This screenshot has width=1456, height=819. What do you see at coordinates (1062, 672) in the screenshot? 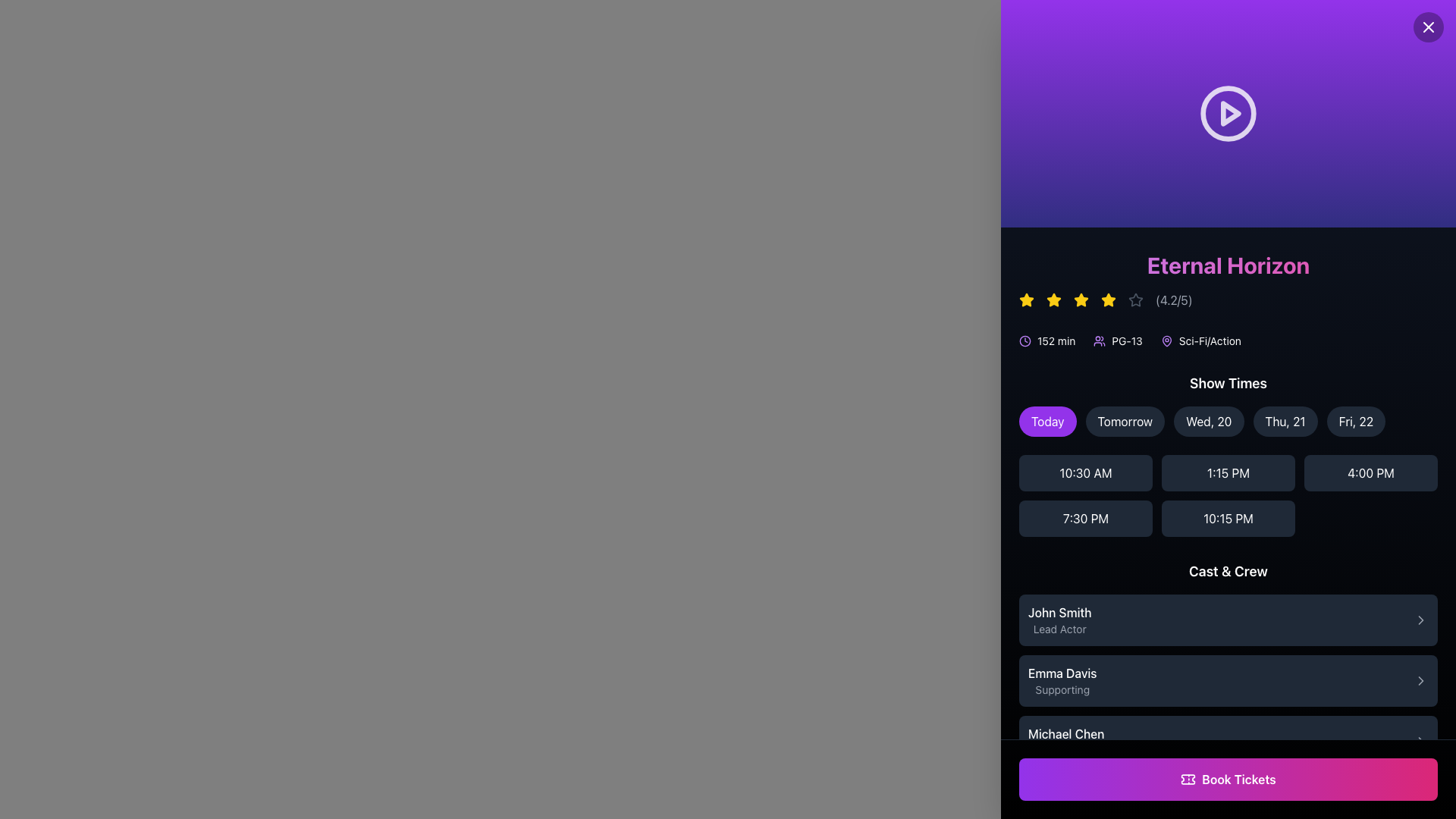
I see `the 'Supporting' text label that identifies the cast member's name, located in the 'Cast & Crew' section between 'John Smith - Lead Actor' and 'Michael Chen'` at bounding box center [1062, 672].